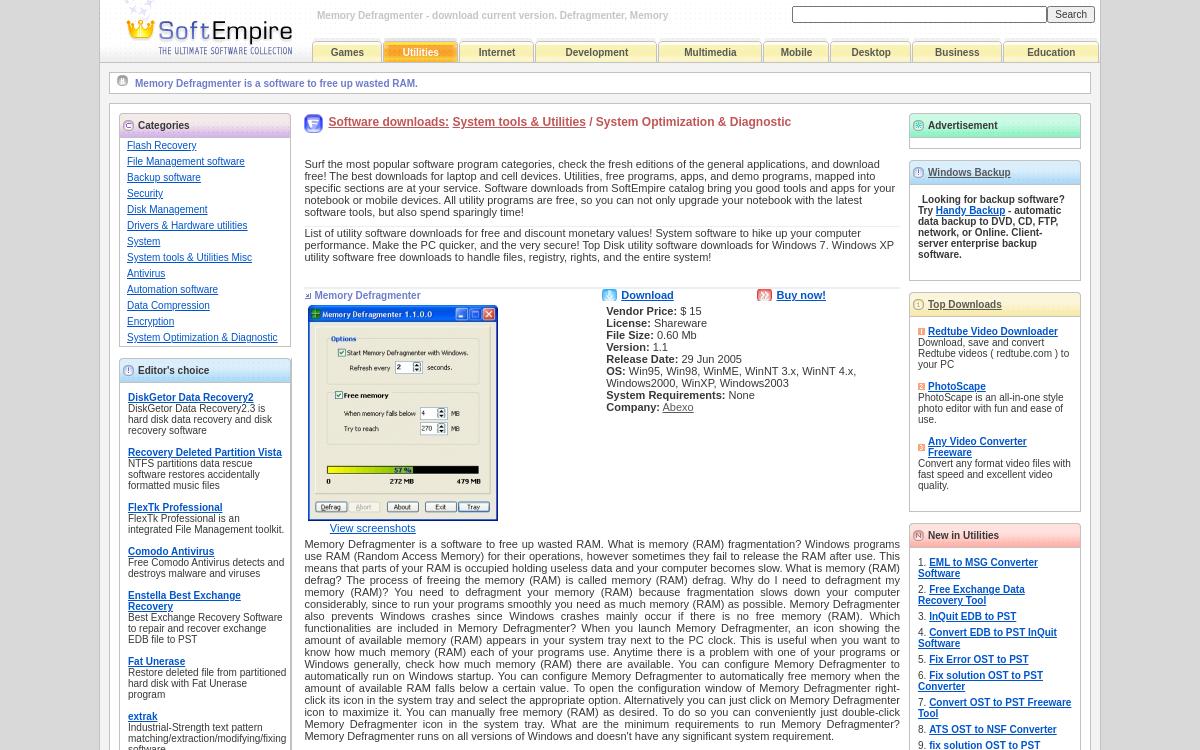 This screenshot has height=750, width=1200. Describe the element at coordinates (927, 304) in the screenshot. I see `'Top Downloads'` at that location.